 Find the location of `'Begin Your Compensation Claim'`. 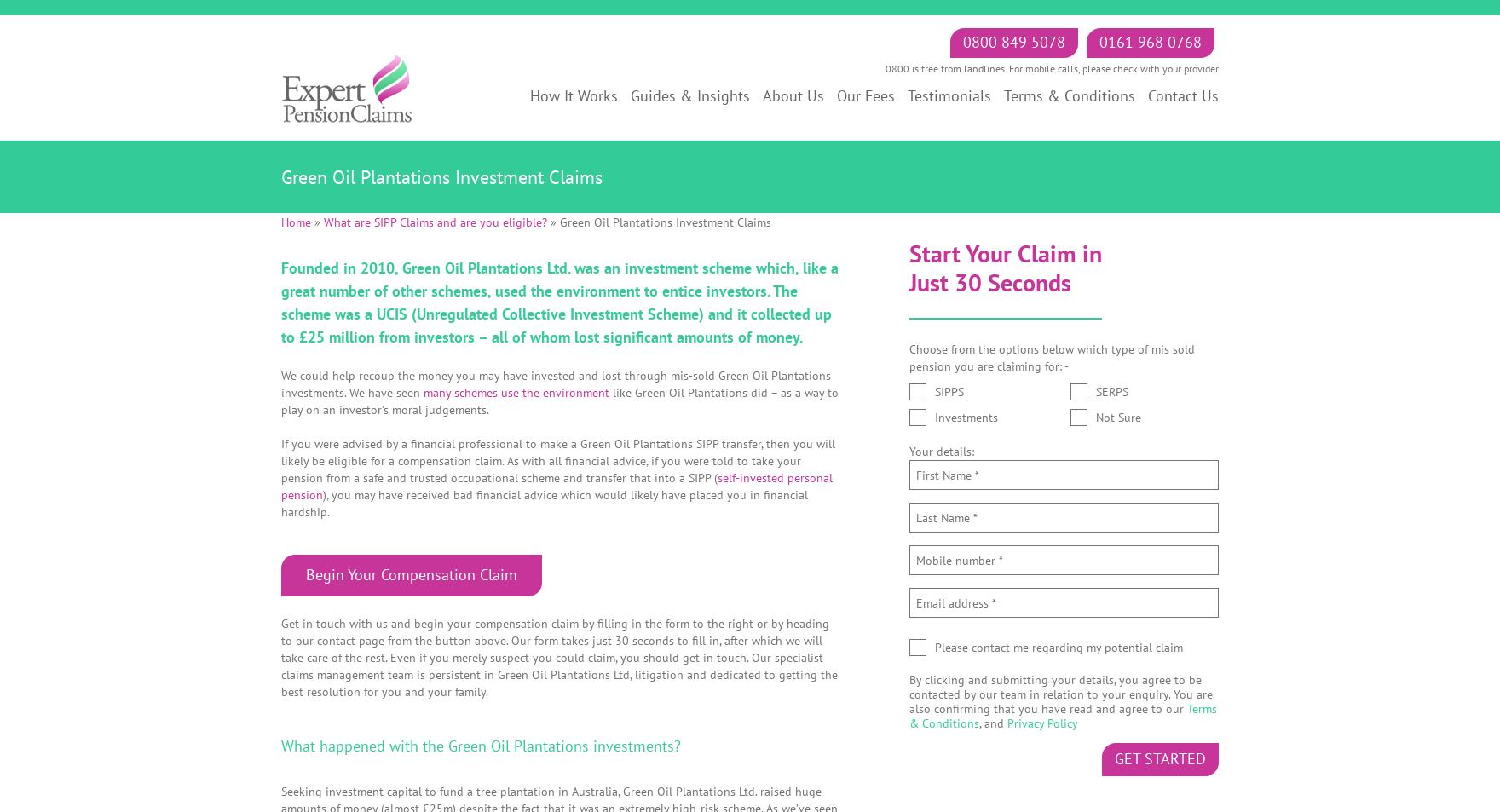

'Begin Your Compensation Claim' is located at coordinates (411, 574).